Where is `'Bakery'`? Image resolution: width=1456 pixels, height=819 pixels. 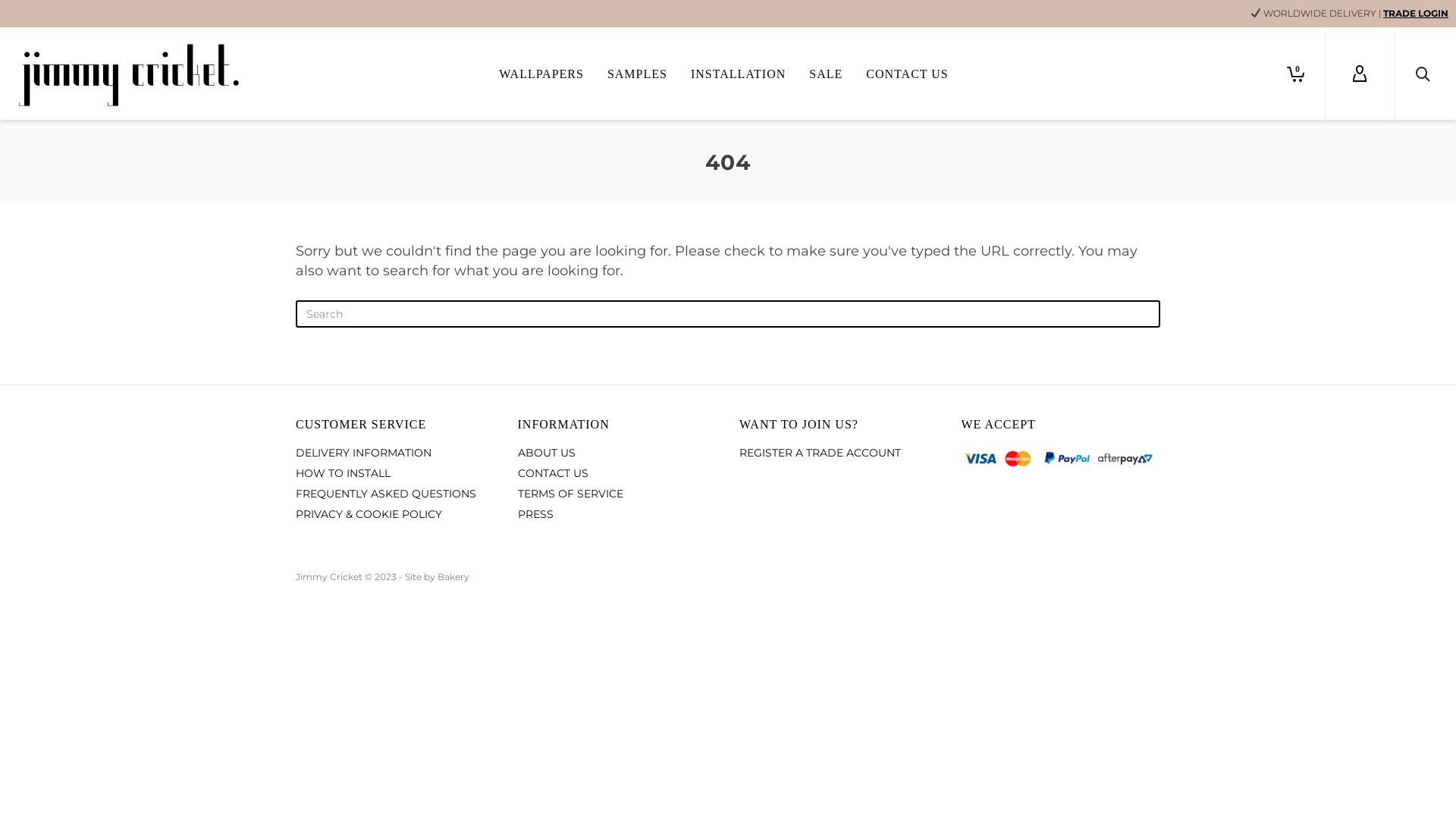 'Bakery' is located at coordinates (453, 576).